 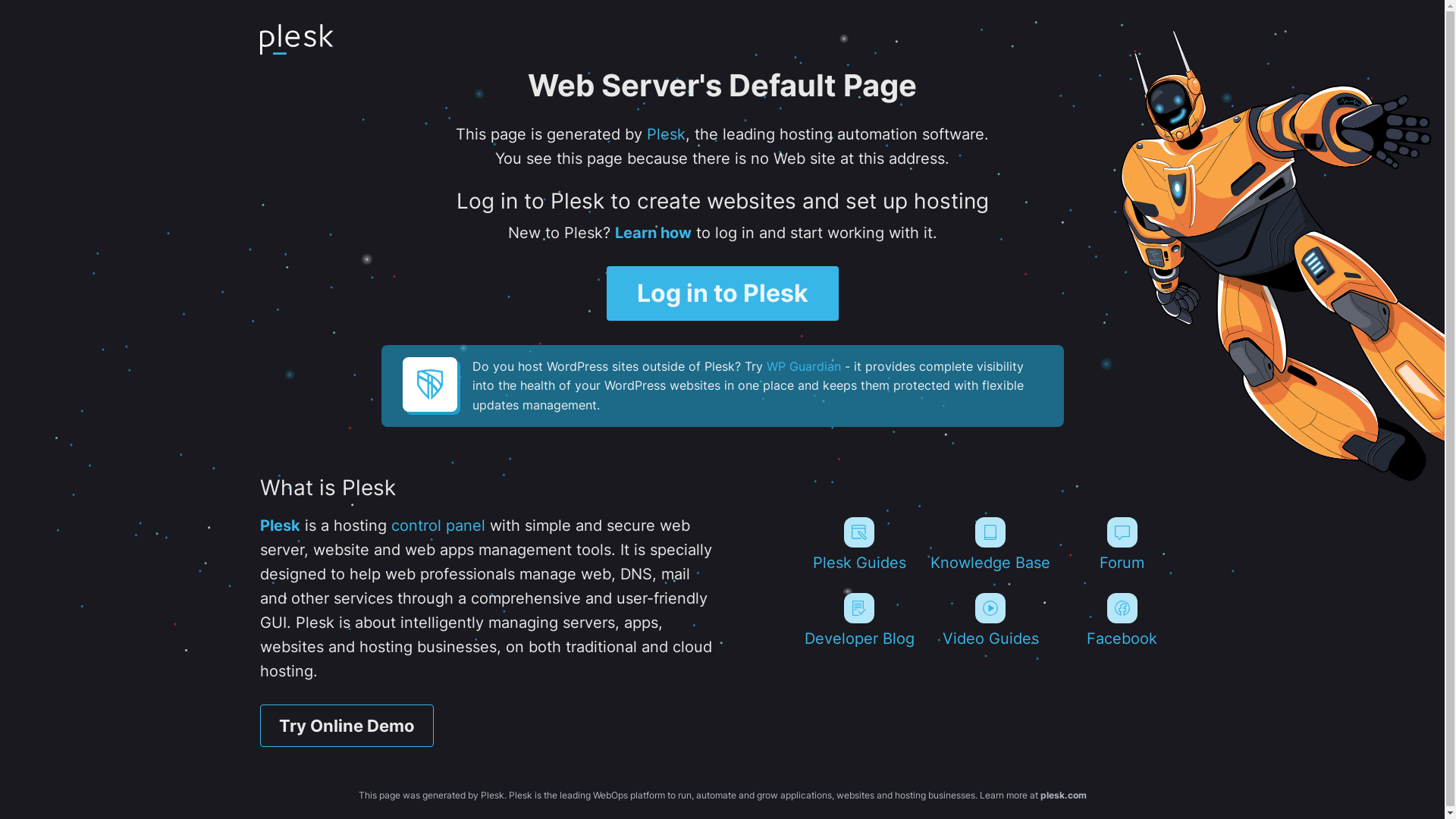 I want to click on 'control panel', so click(x=437, y=525).